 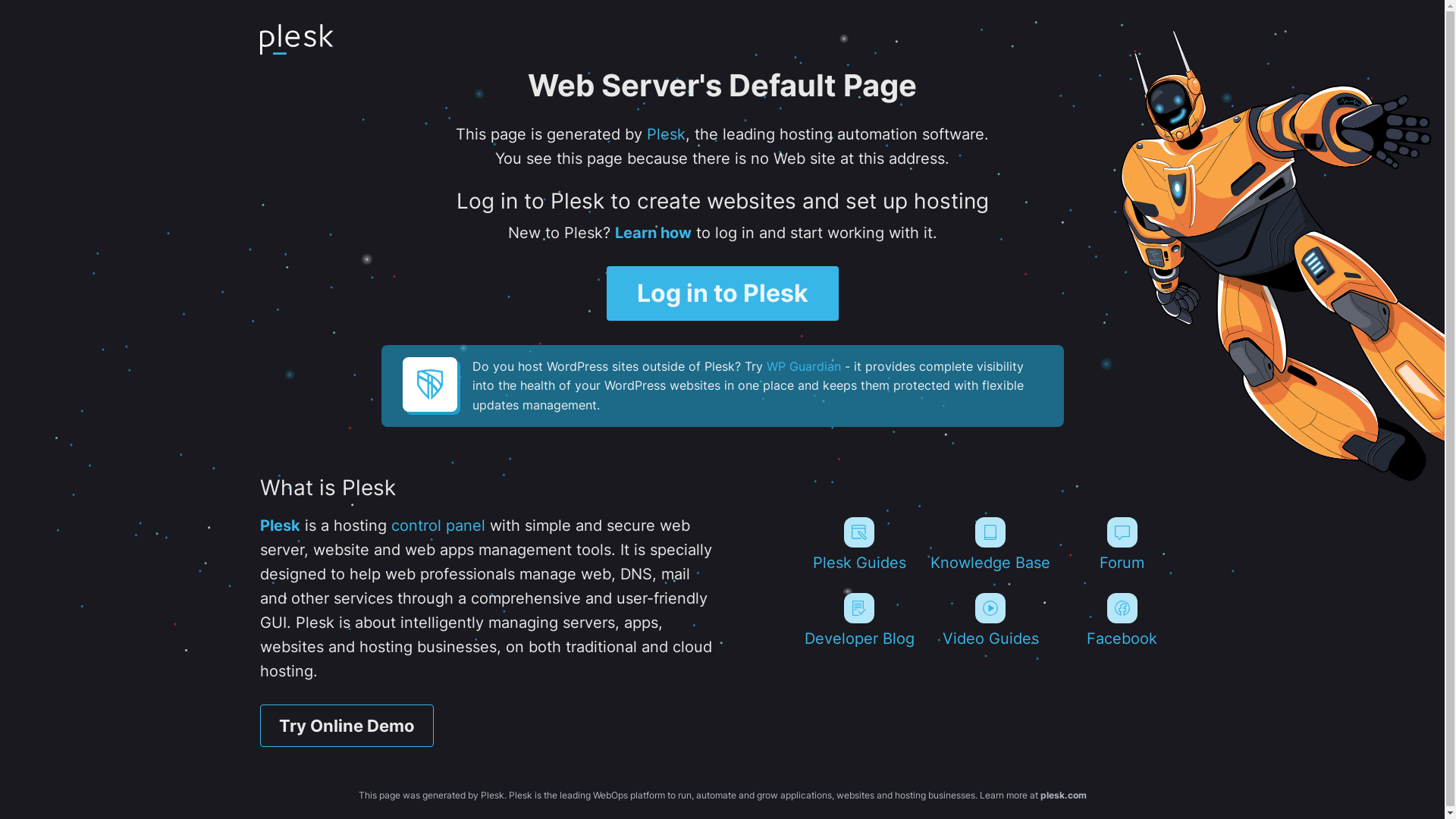 I want to click on 'control panel', so click(x=437, y=525).